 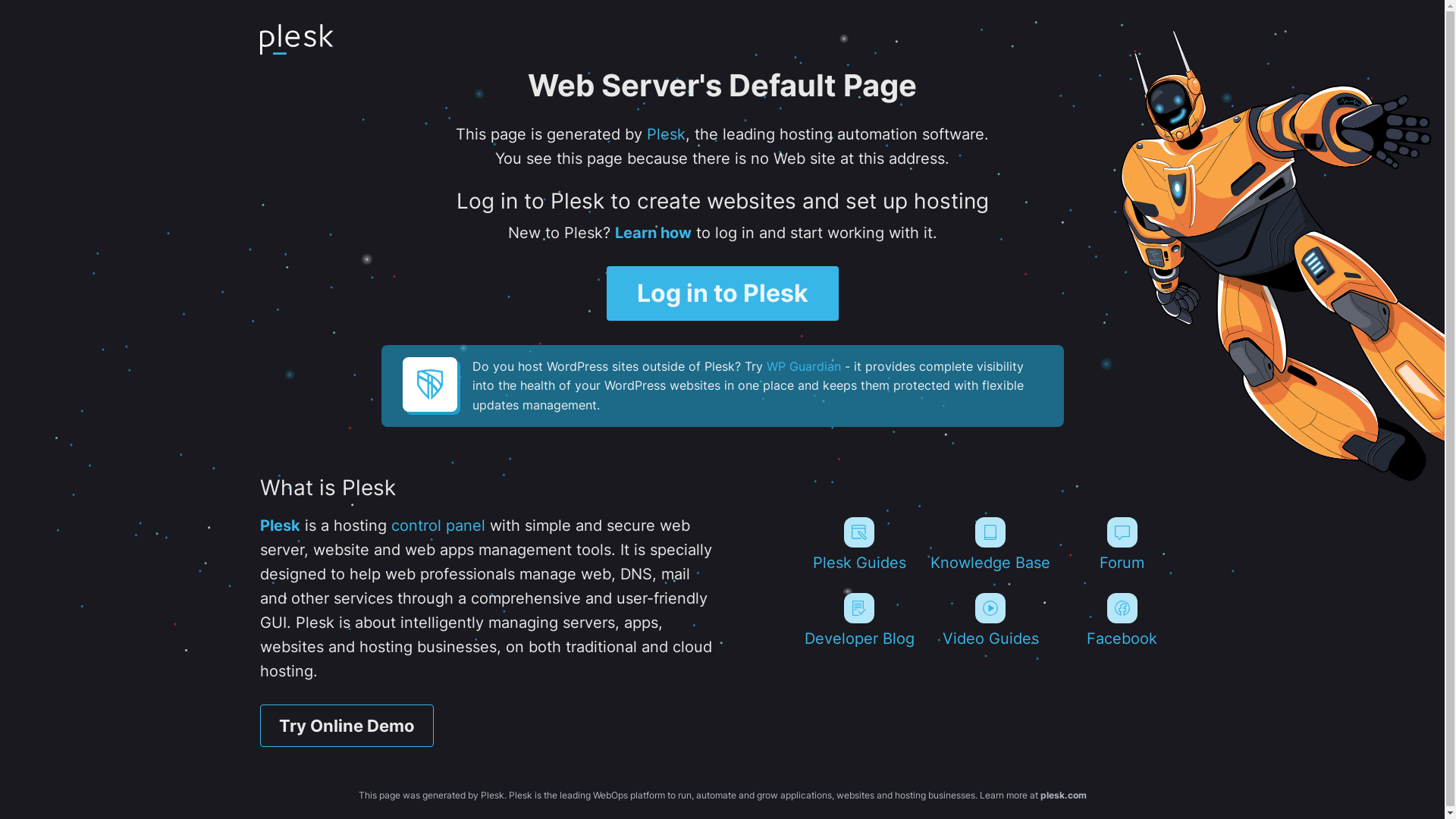 I want to click on 'control panel', so click(x=437, y=525).